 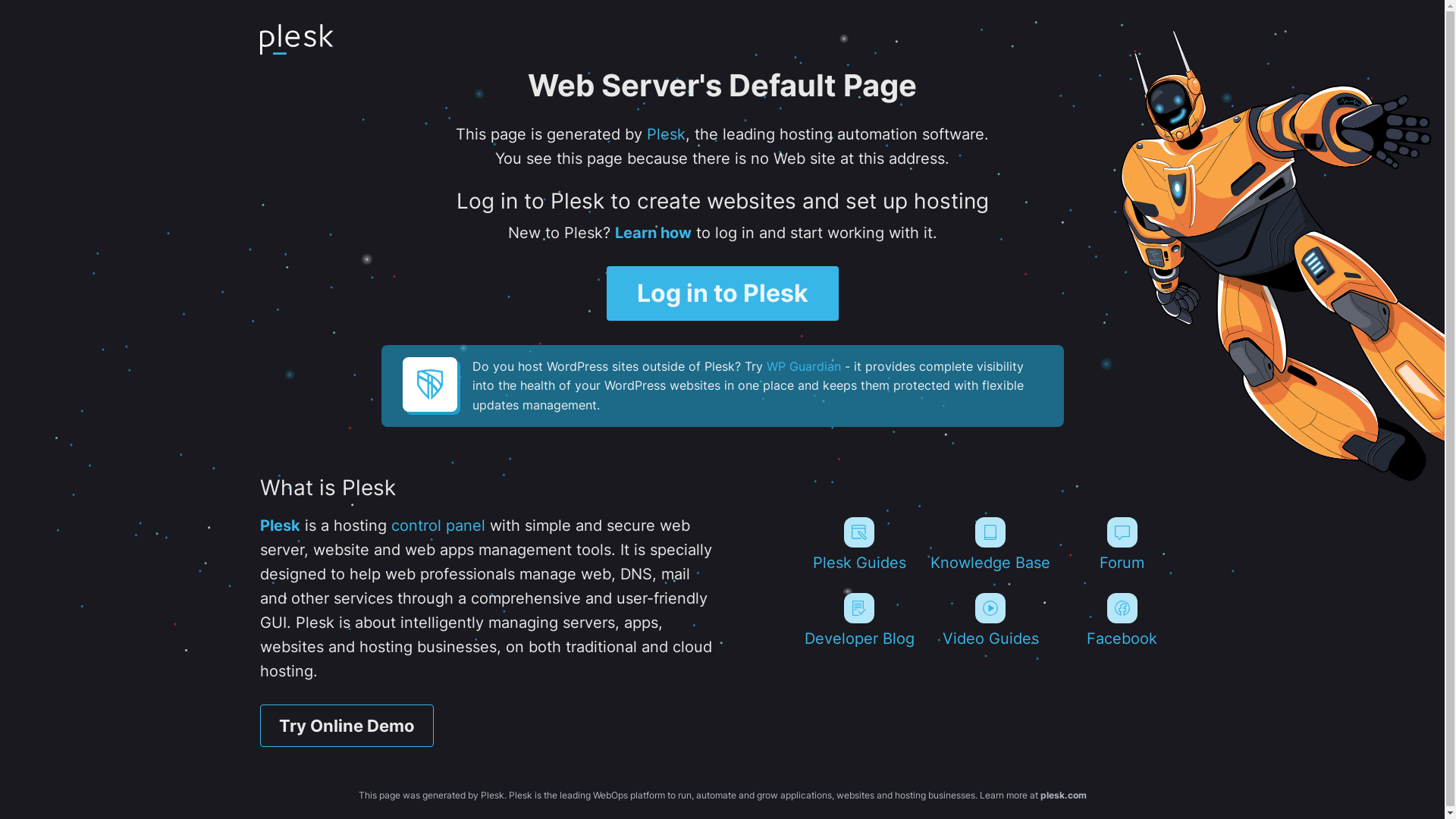 I want to click on 'control panel', so click(x=437, y=525).